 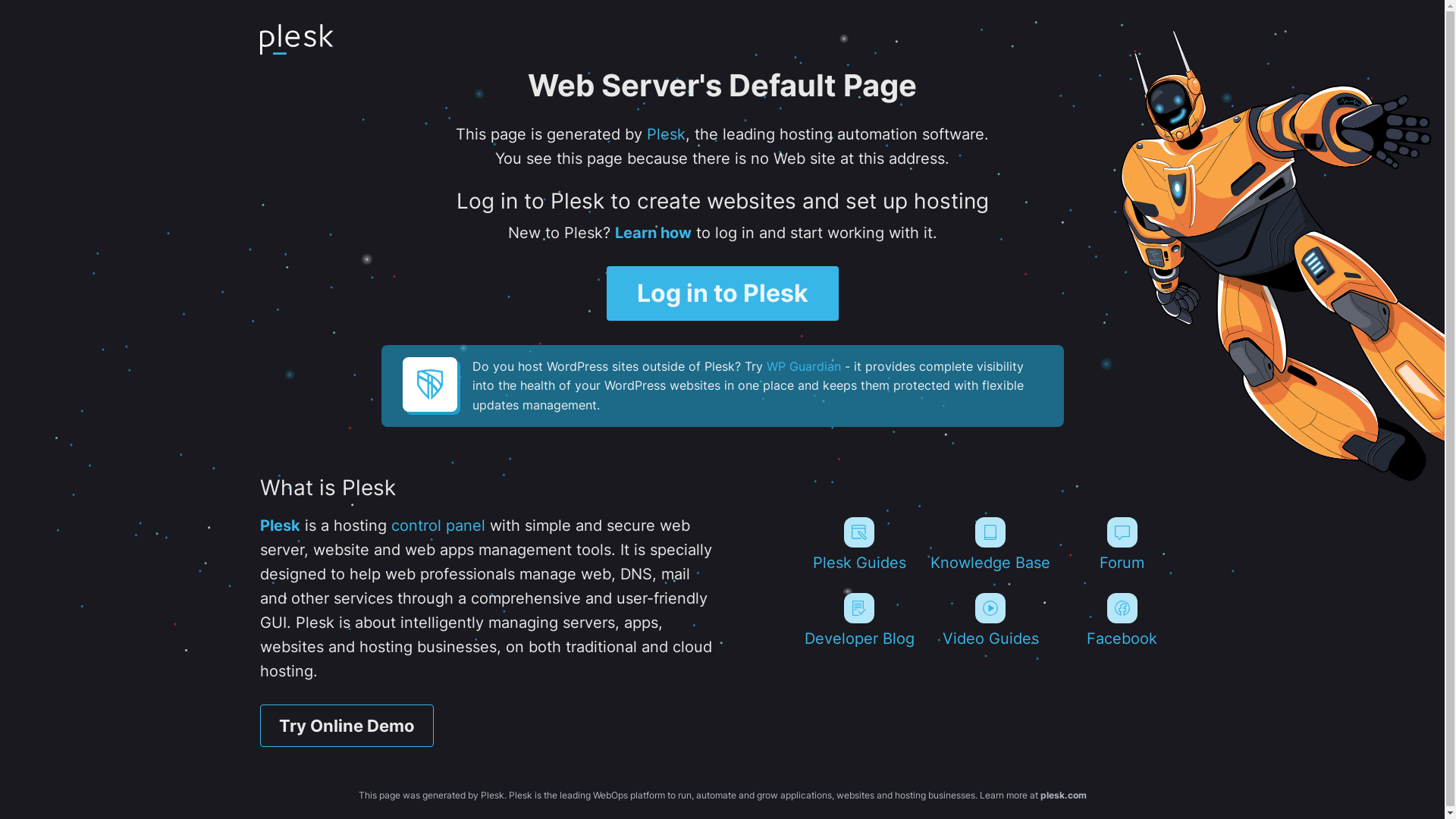 I want to click on 'control panel', so click(x=437, y=525).